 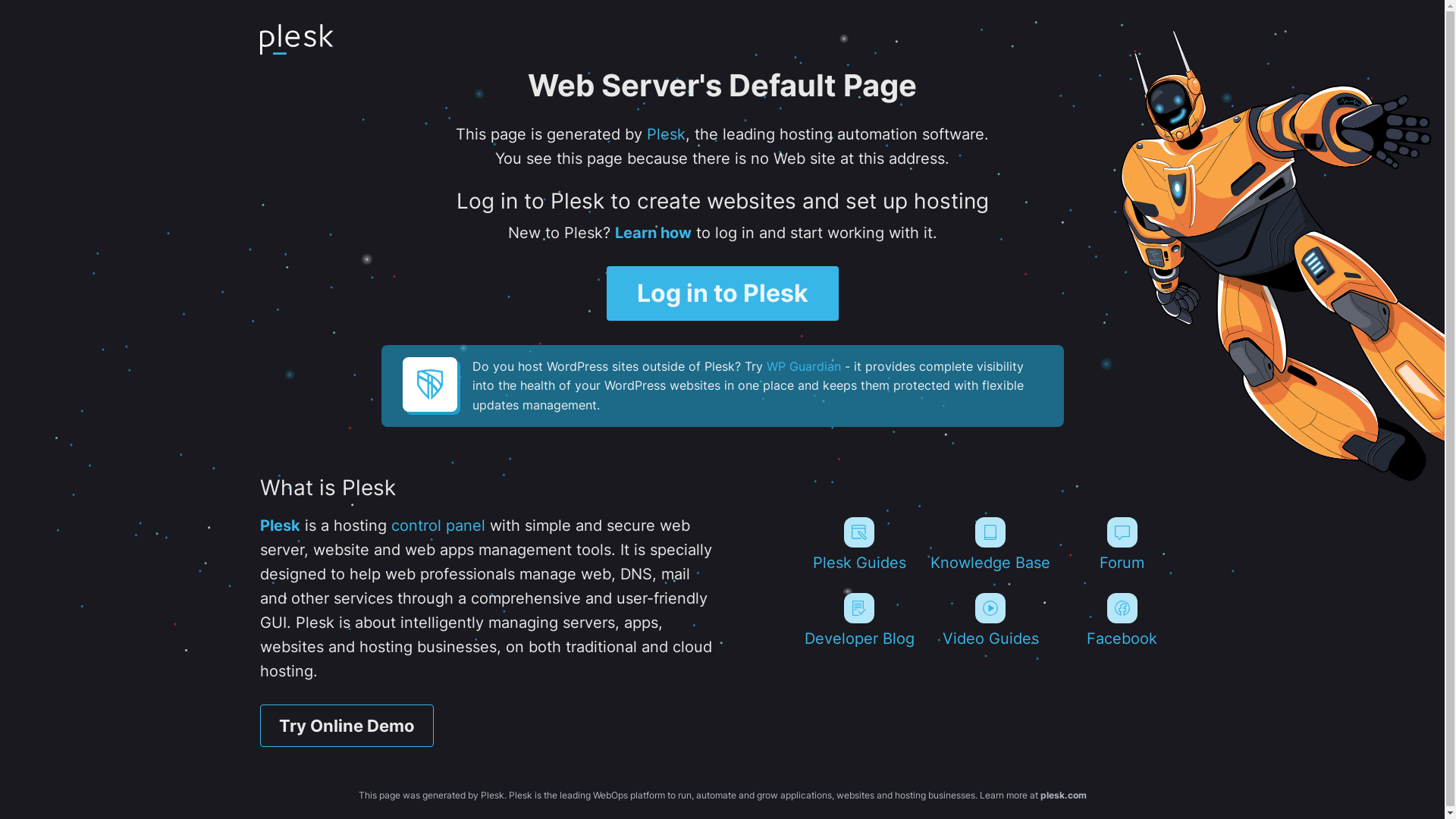 I want to click on 'control panel', so click(x=437, y=525).